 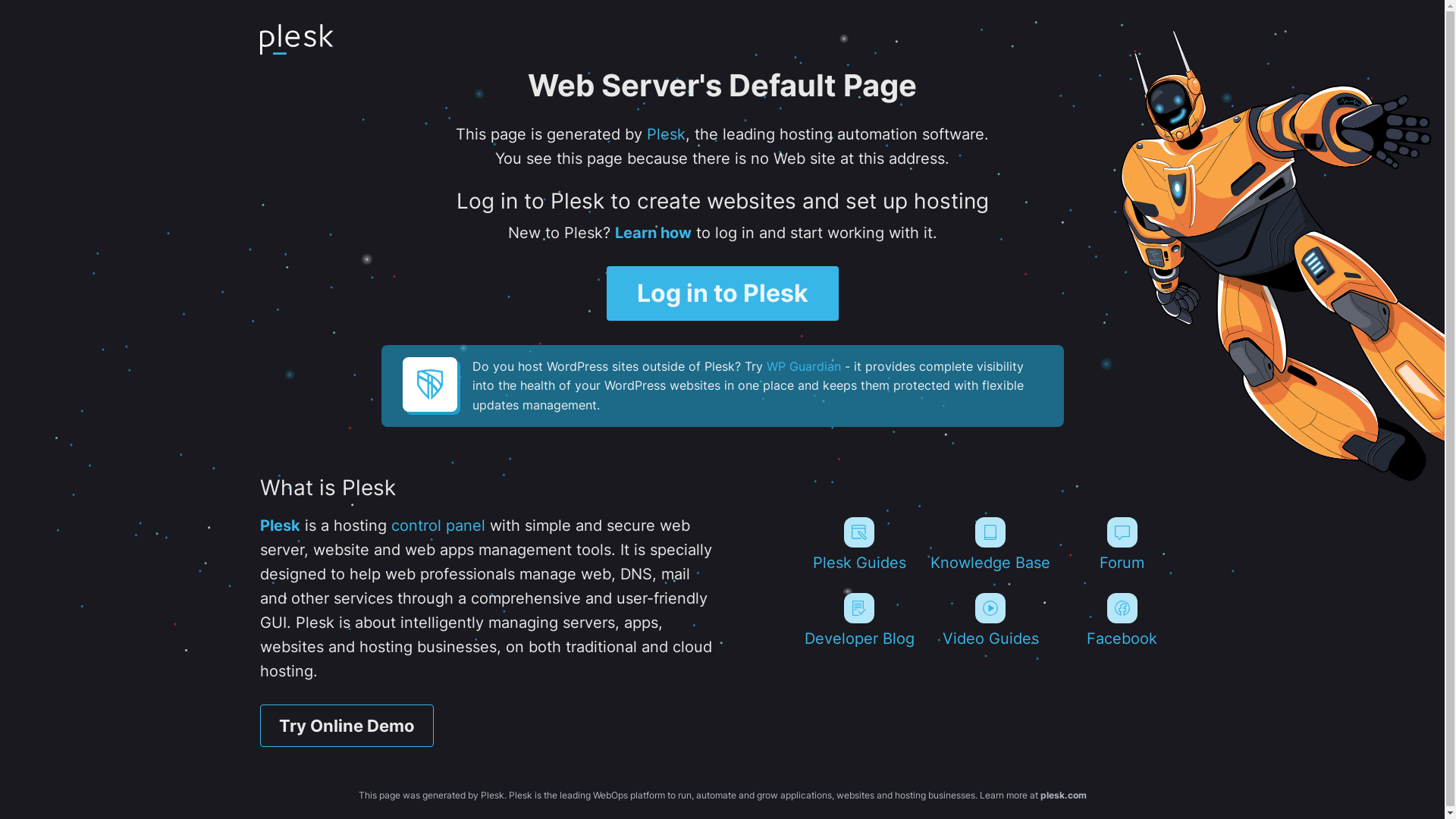 I want to click on 'control panel', so click(x=437, y=525).